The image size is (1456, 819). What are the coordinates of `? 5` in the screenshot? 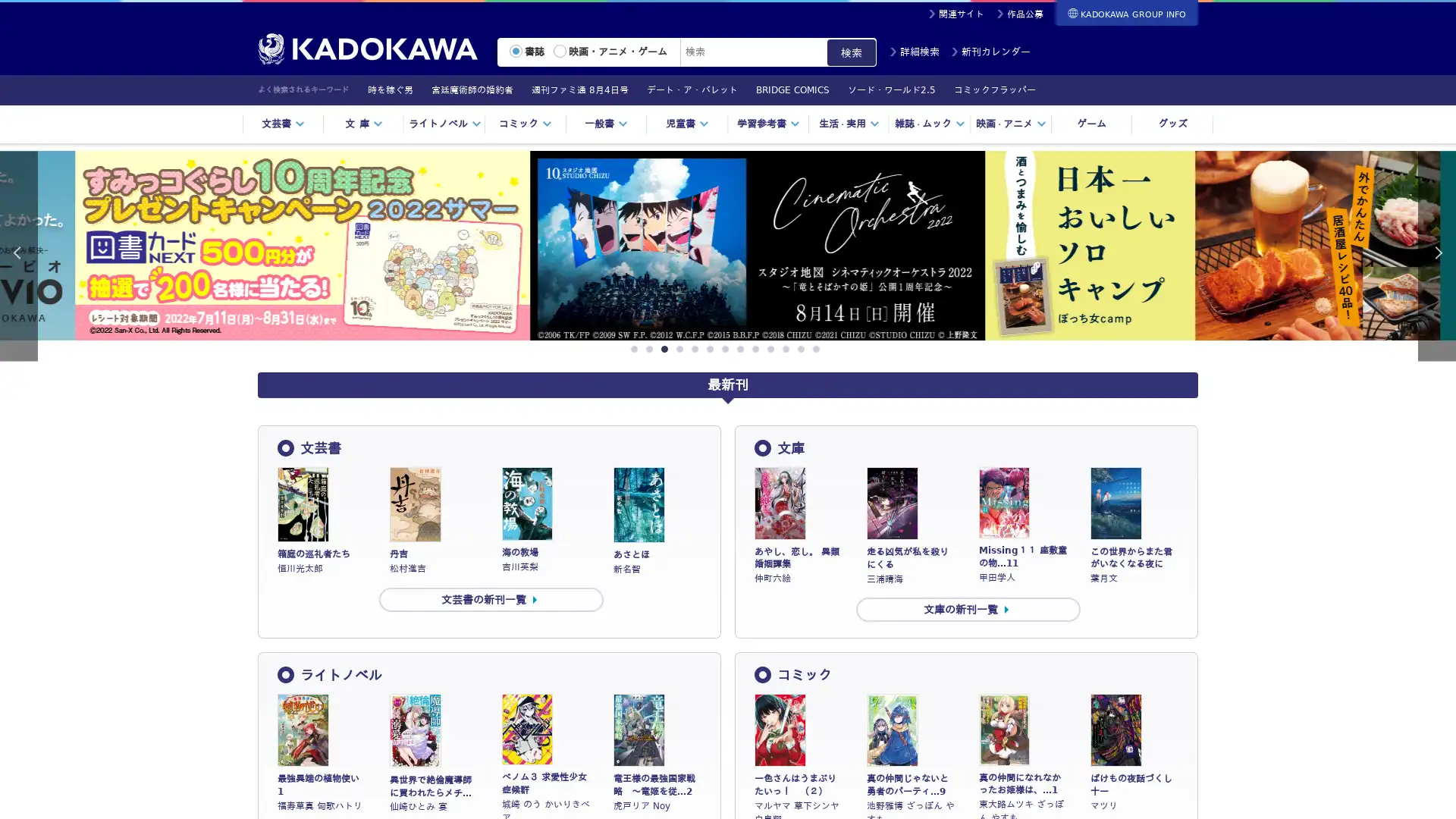 It's located at (789, 114).